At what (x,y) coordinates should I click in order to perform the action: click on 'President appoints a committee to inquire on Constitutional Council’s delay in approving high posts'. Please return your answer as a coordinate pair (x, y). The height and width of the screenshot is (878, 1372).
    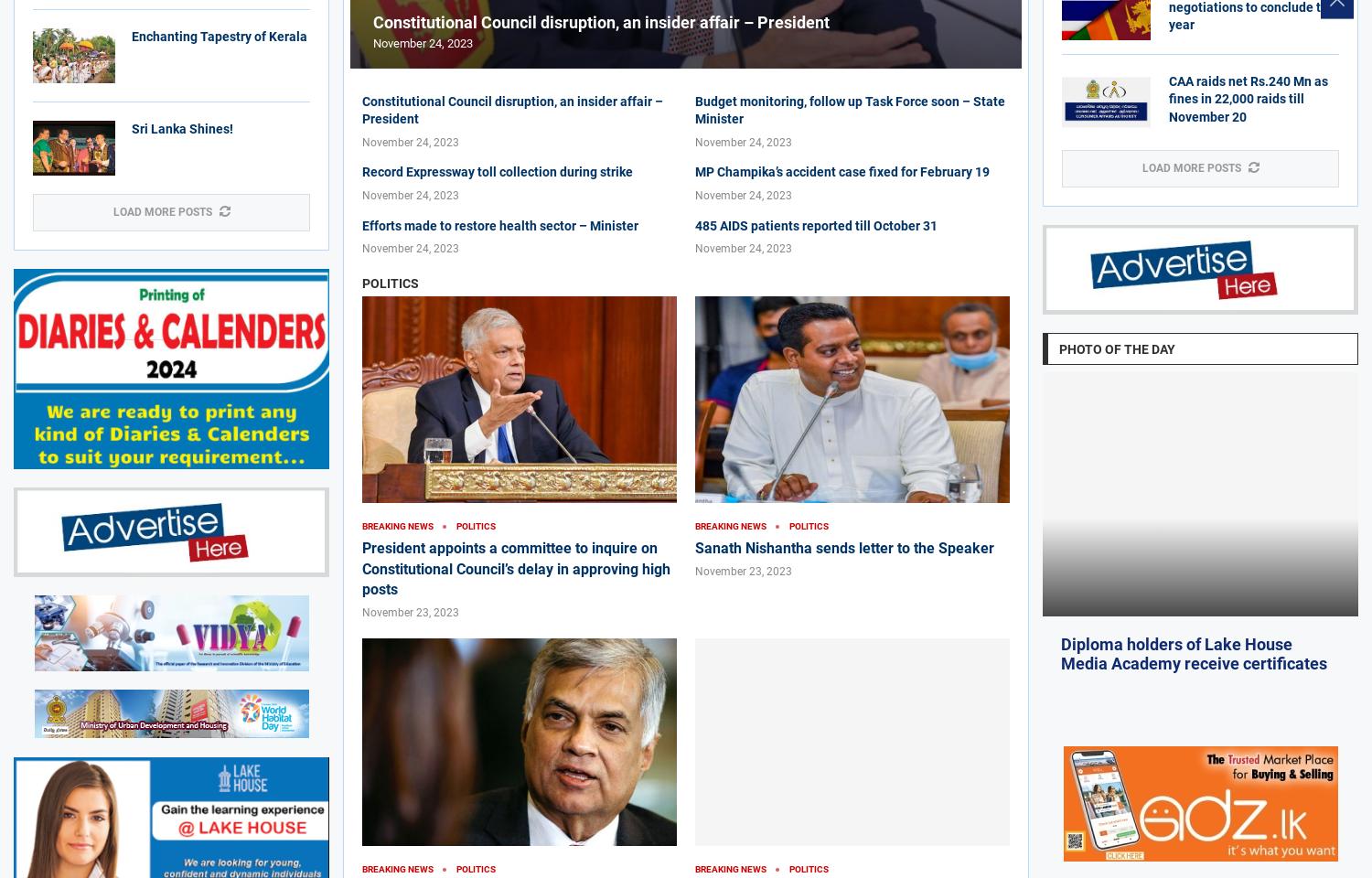
    Looking at the image, I should click on (362, 567).